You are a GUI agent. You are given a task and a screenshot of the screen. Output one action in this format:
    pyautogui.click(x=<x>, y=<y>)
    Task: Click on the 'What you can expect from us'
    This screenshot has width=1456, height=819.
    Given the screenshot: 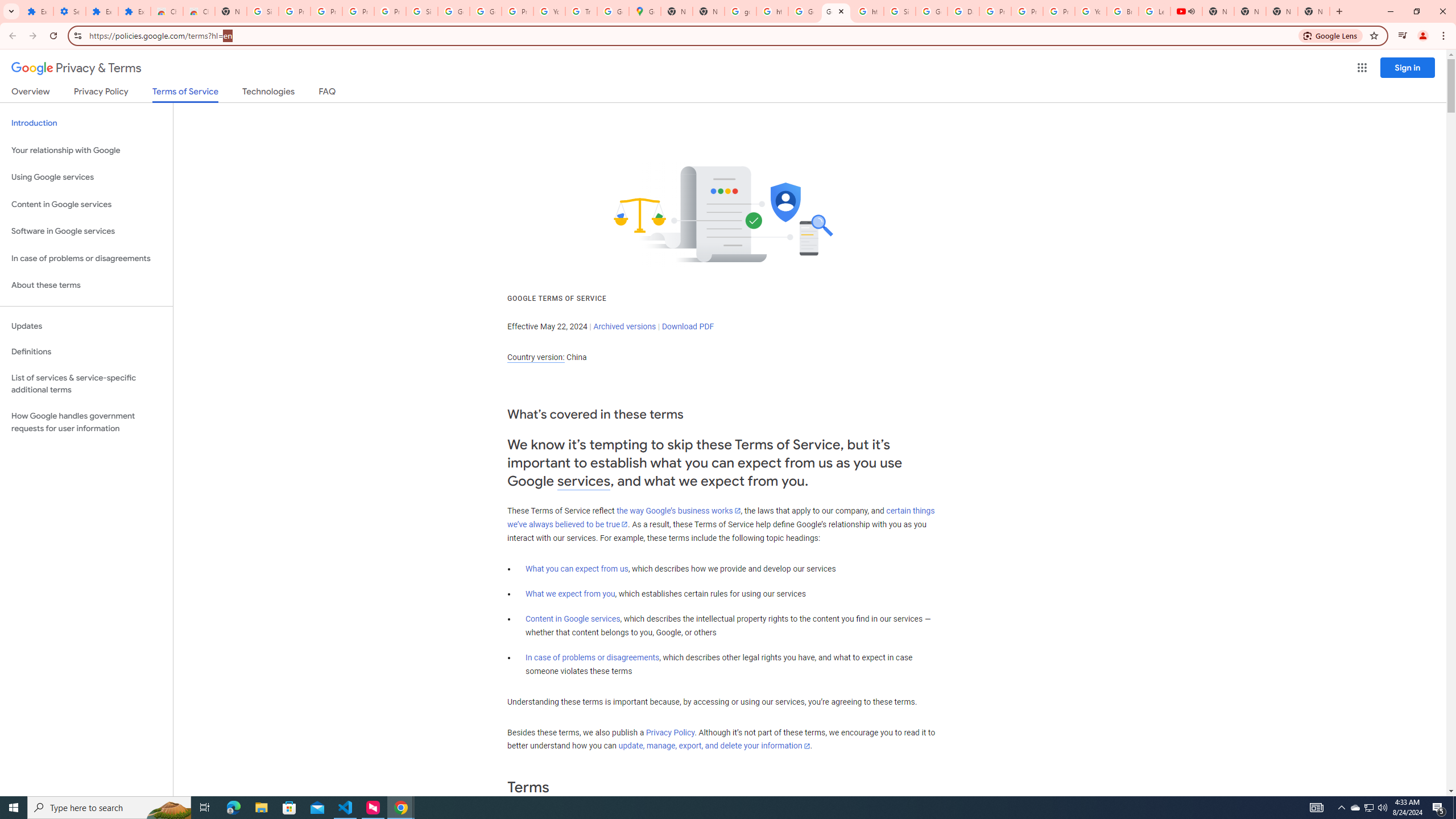 What is the action you would take?
    pyautogui.click(x=577, y=568)
    